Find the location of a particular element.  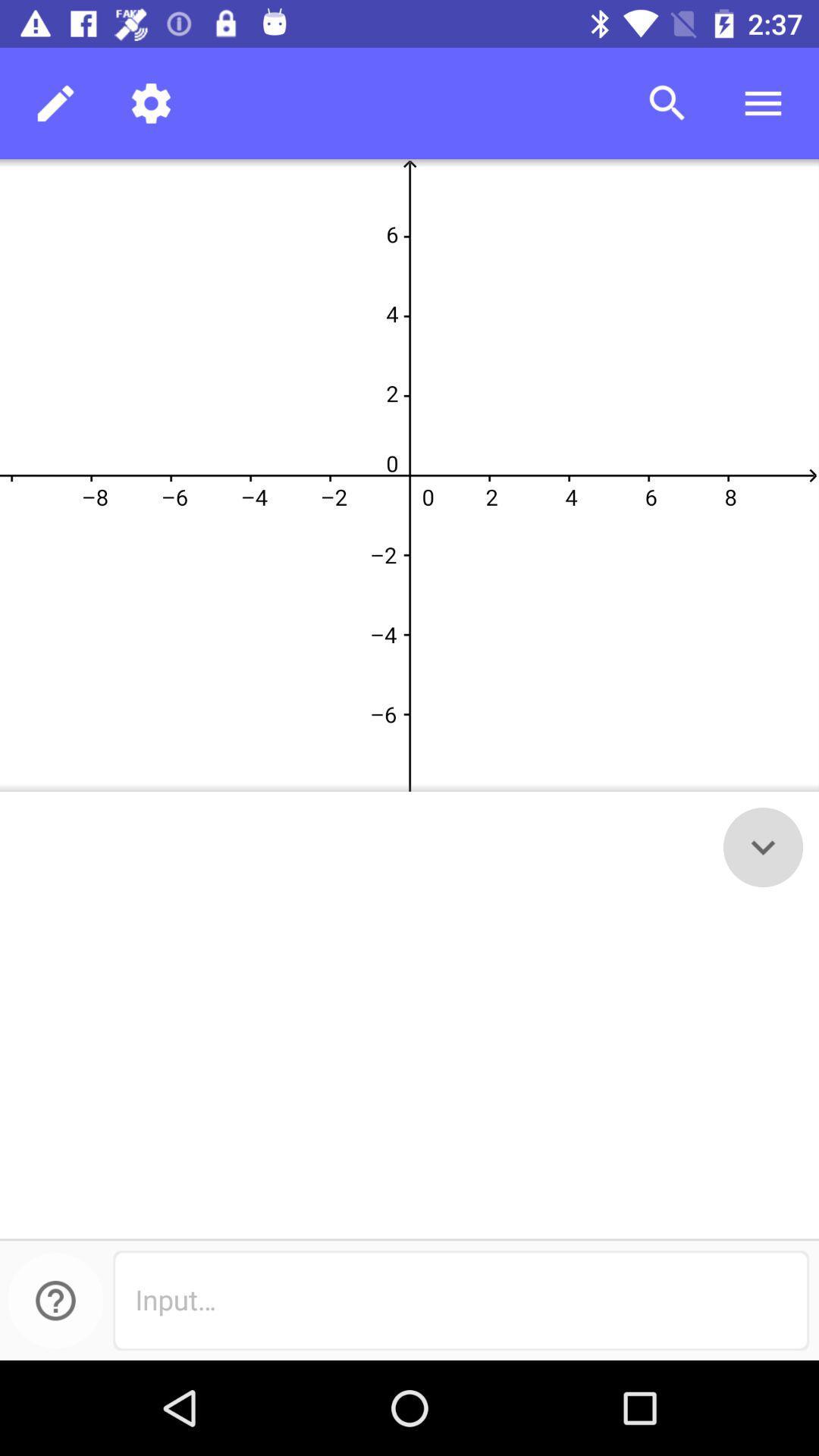

the help icon is located at coordinates (55, 1300).